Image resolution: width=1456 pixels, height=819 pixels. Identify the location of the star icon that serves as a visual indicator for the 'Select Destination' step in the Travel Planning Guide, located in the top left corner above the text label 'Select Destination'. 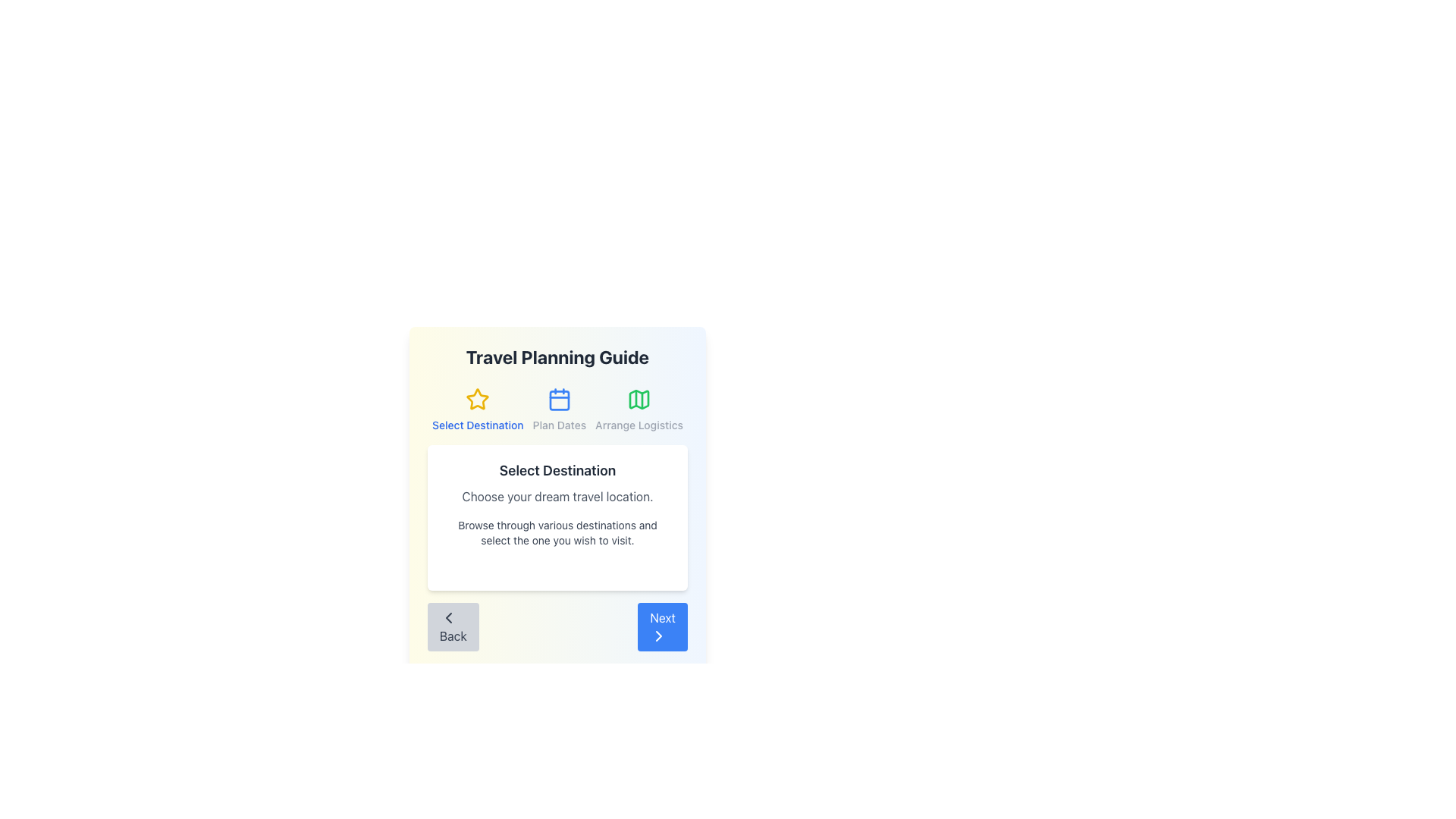
(477, 399).